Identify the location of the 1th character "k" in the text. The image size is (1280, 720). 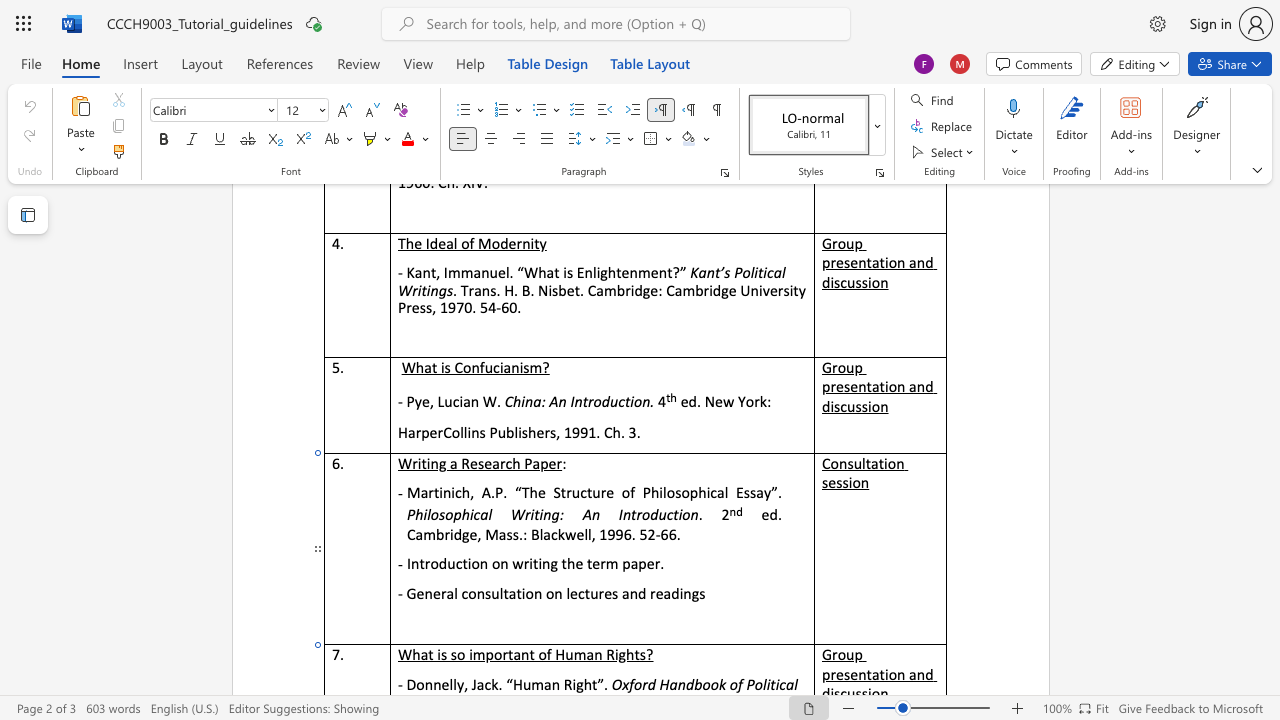
(494, 683).